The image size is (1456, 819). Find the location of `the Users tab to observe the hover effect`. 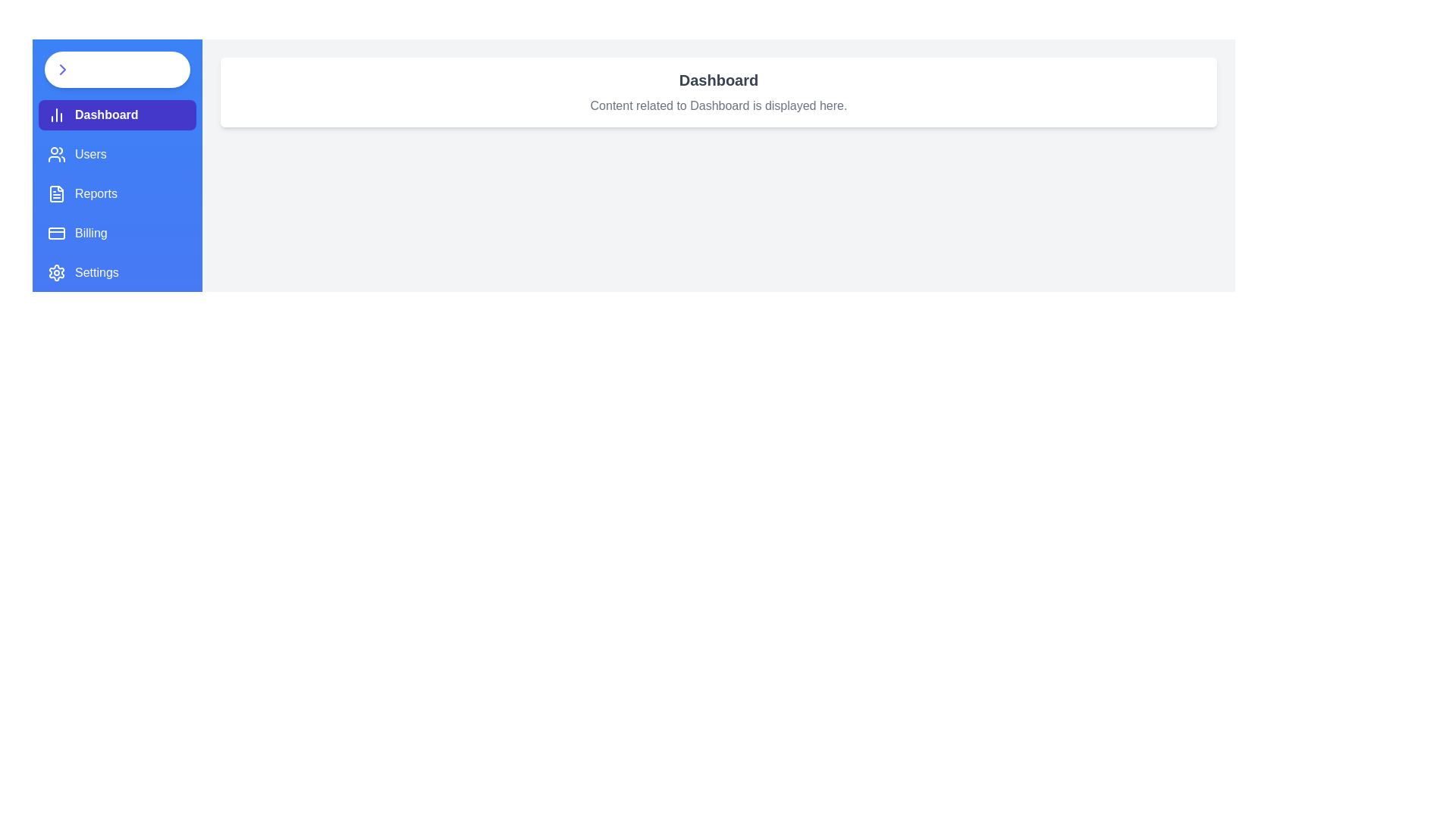

the Users tab to observe the hover effect is located at coordinates (116, 155).